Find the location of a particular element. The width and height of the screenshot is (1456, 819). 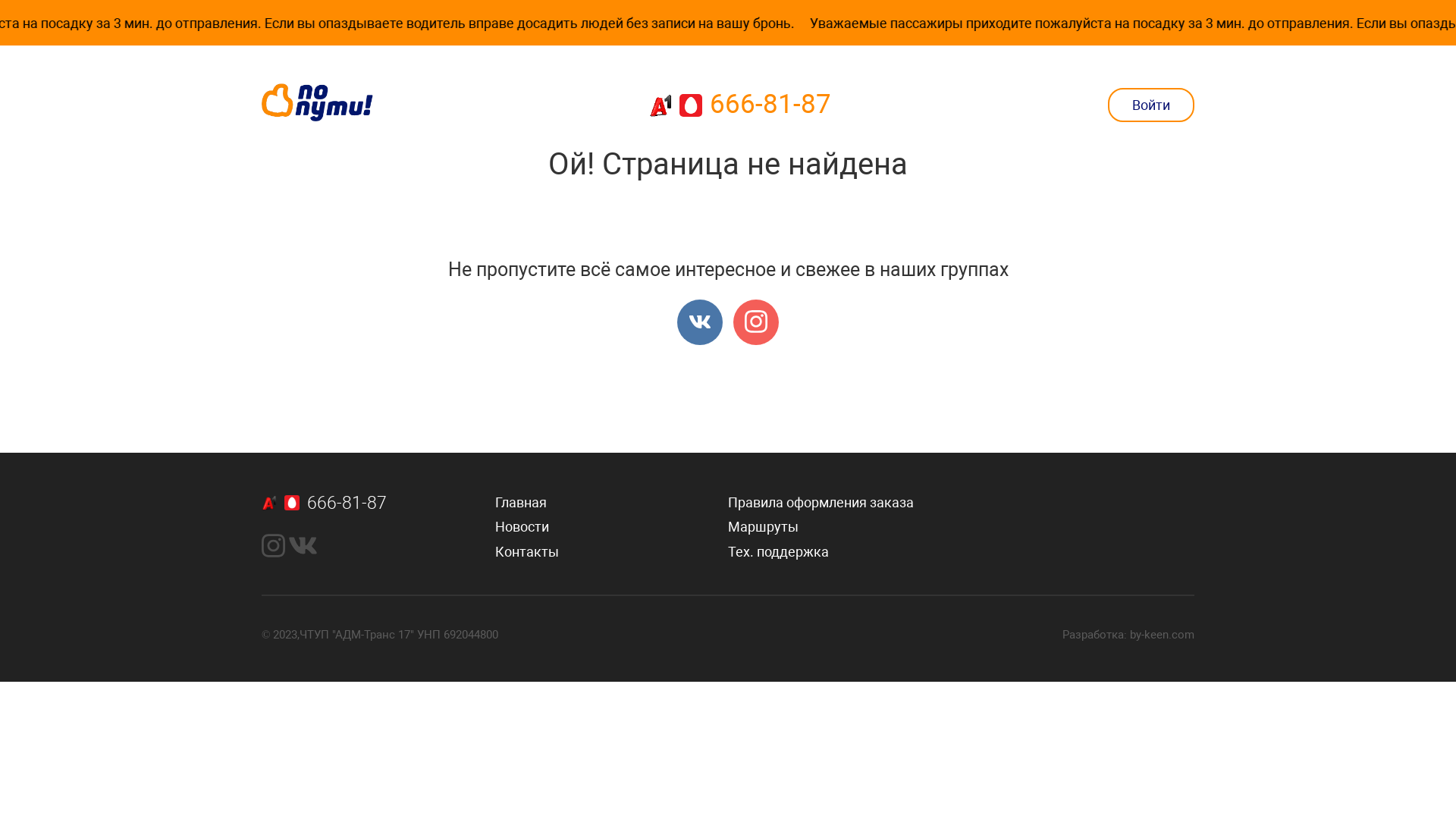

'by-keen.com' is located at coordinates (1161, 635).